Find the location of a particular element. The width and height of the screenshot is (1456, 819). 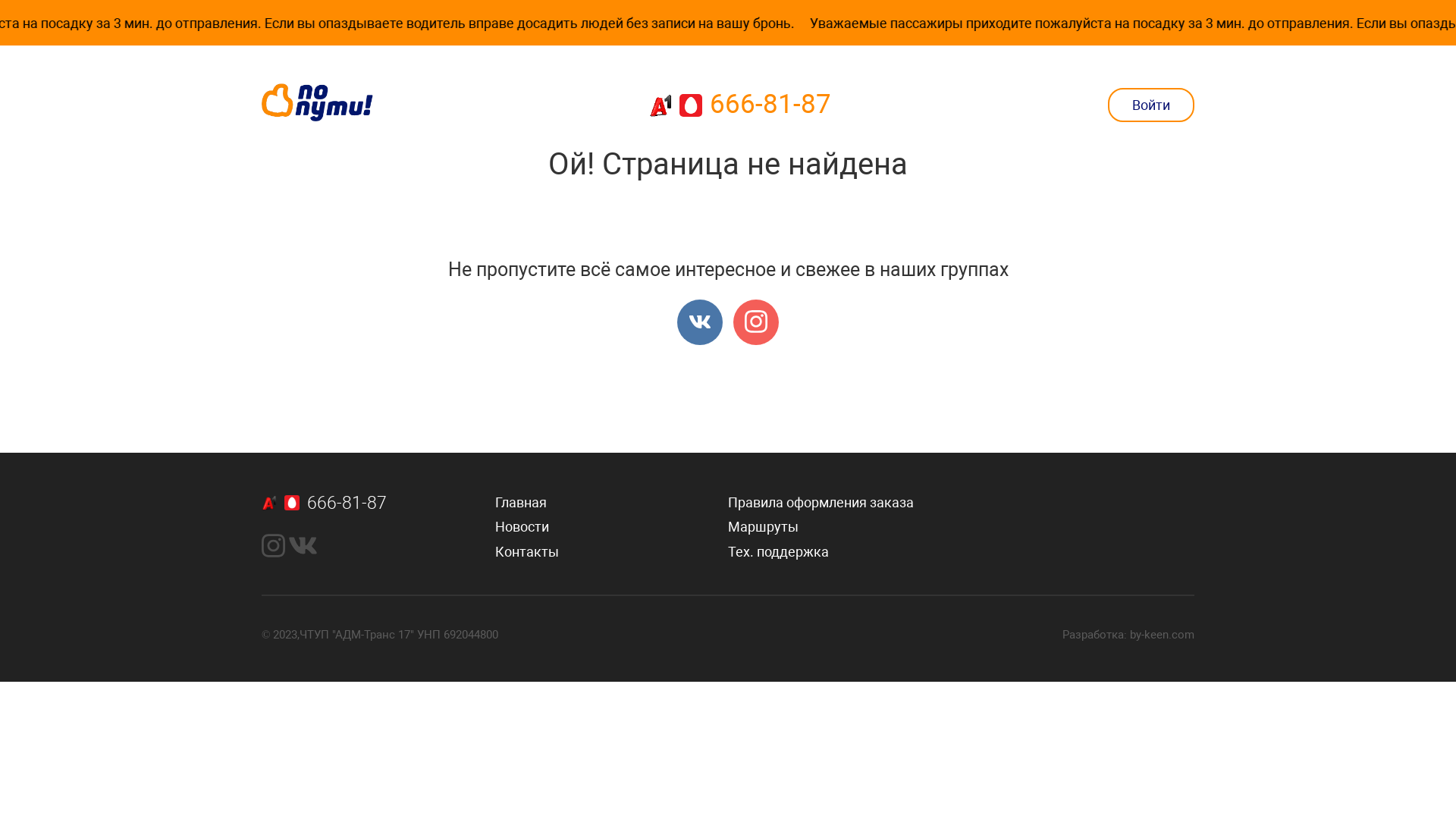

'by-keen.com' is located at coordinates (1161, 635).